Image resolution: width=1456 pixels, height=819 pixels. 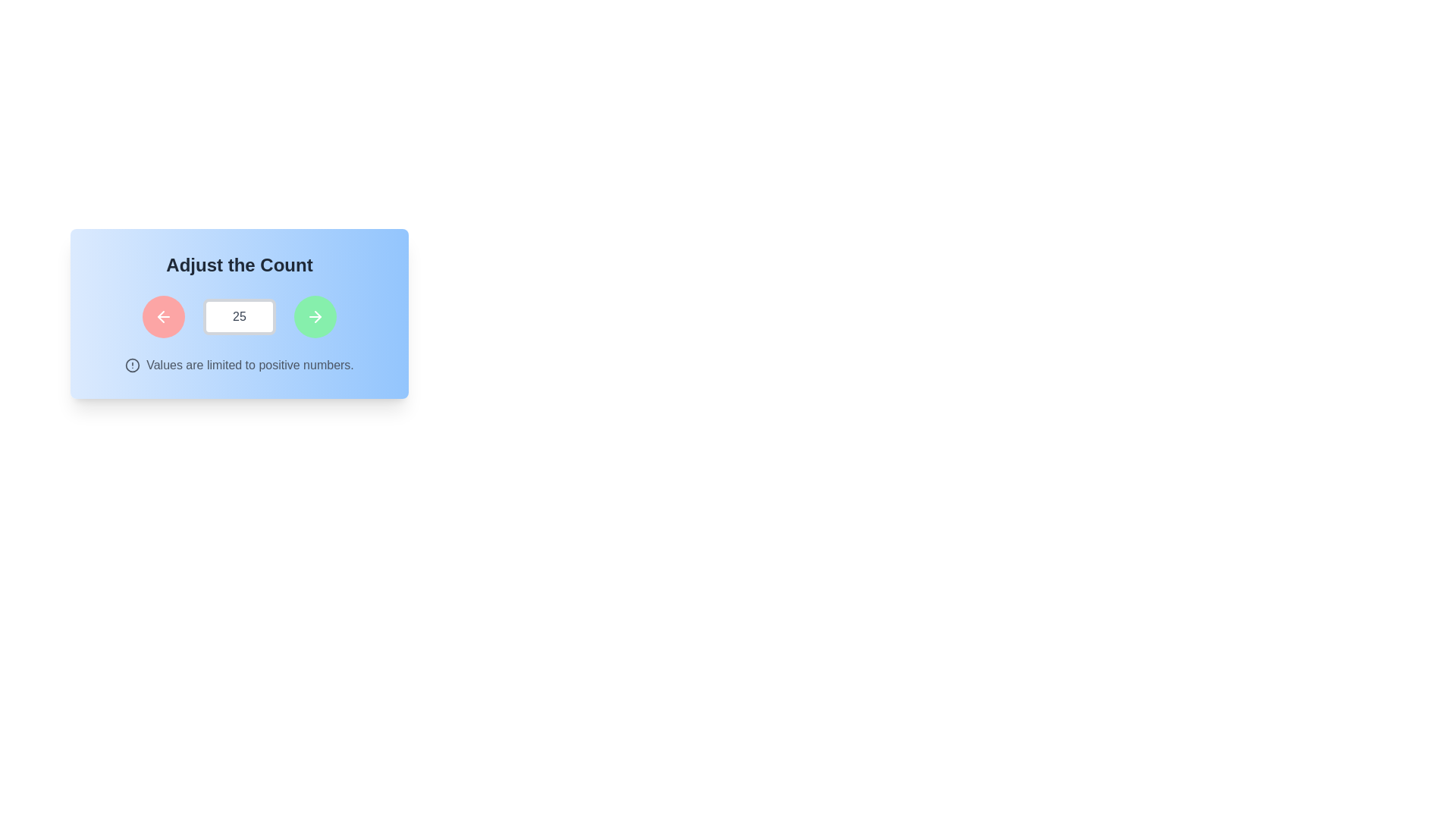 I want to click on the green circular button with a white rightward arrow icon, so click(x=315, y=315).